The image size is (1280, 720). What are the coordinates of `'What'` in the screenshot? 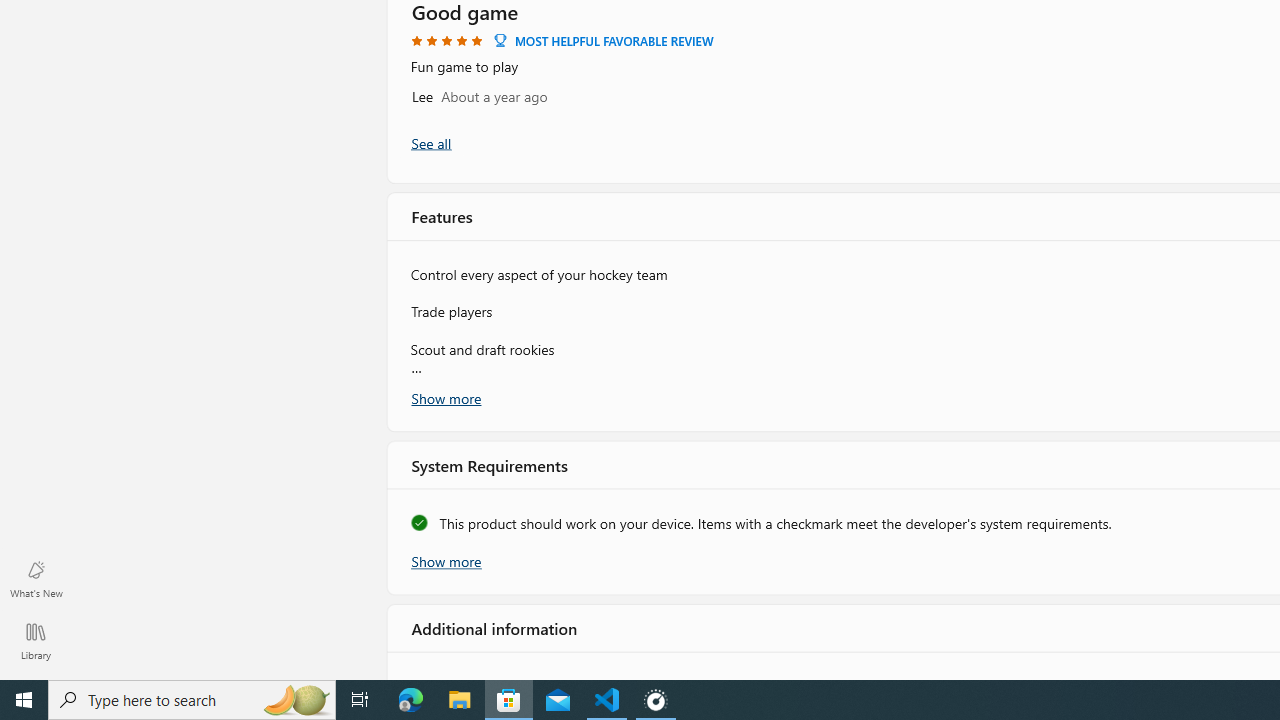 It's located at (35, 578).